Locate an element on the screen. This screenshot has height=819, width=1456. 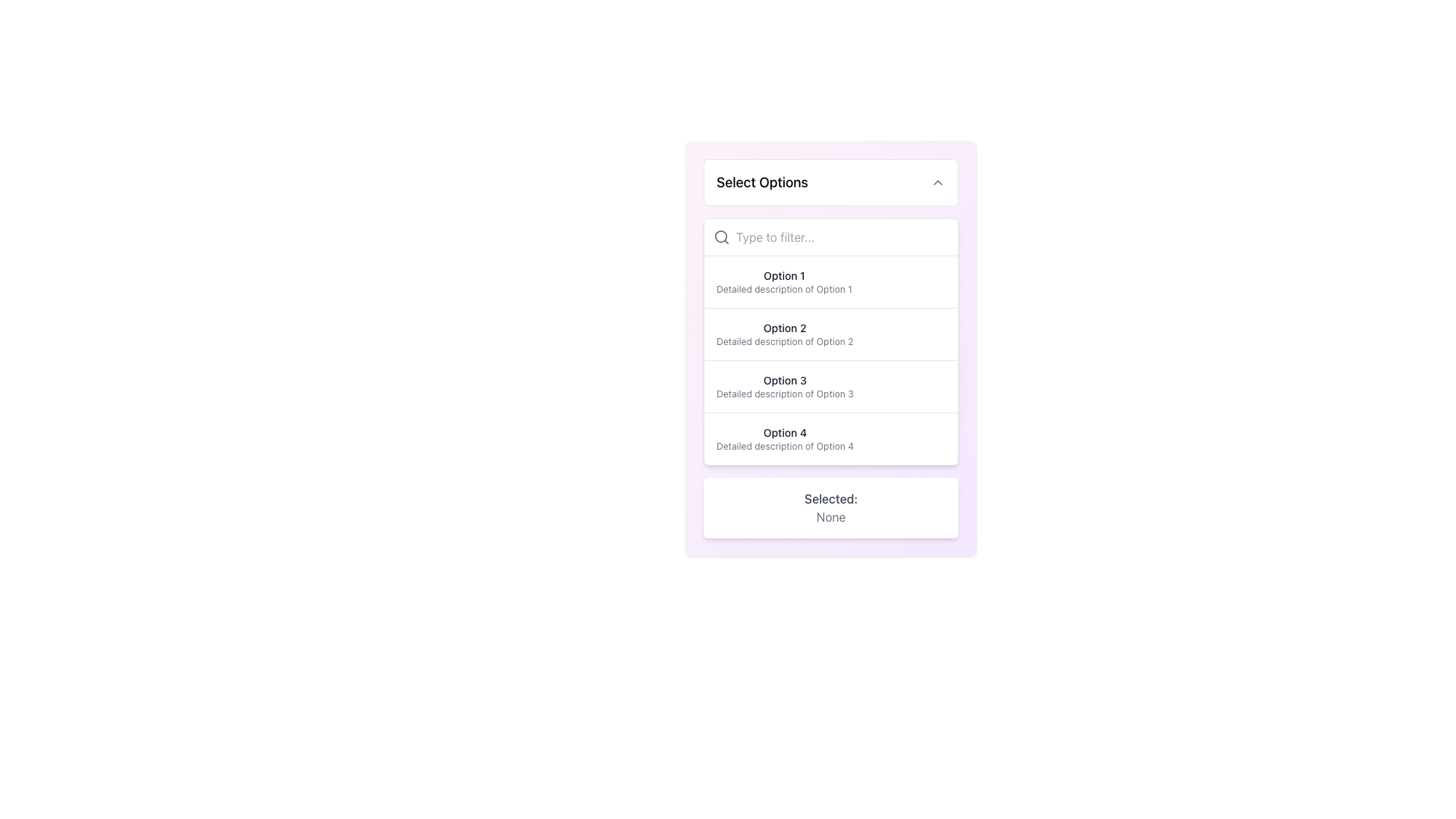
the first list item labeled 'Option 1' in the vertical listbox is located at coordinates (784, 281).